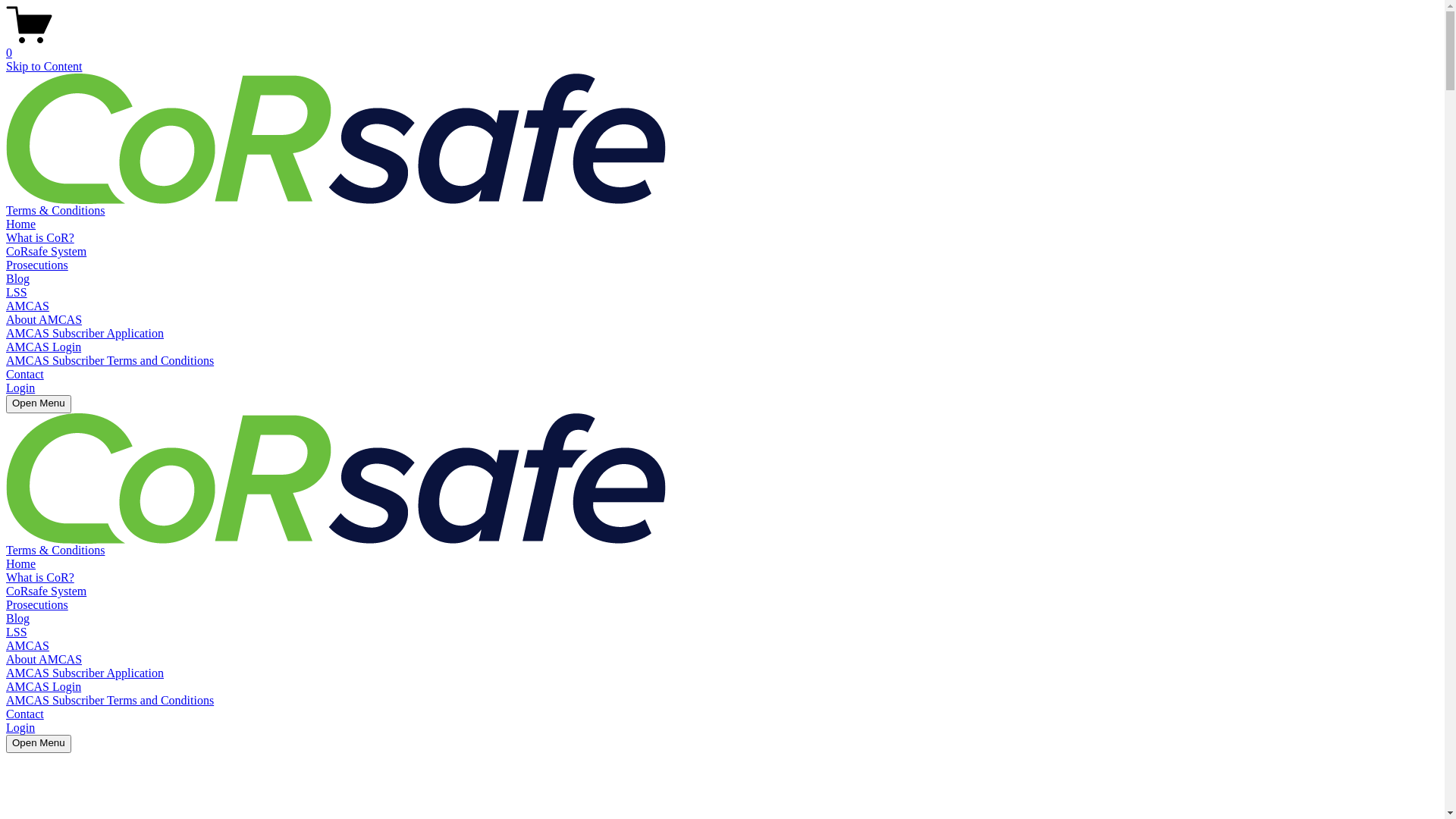  I want to click on 'Terms & Conditions', so click(55, 550).